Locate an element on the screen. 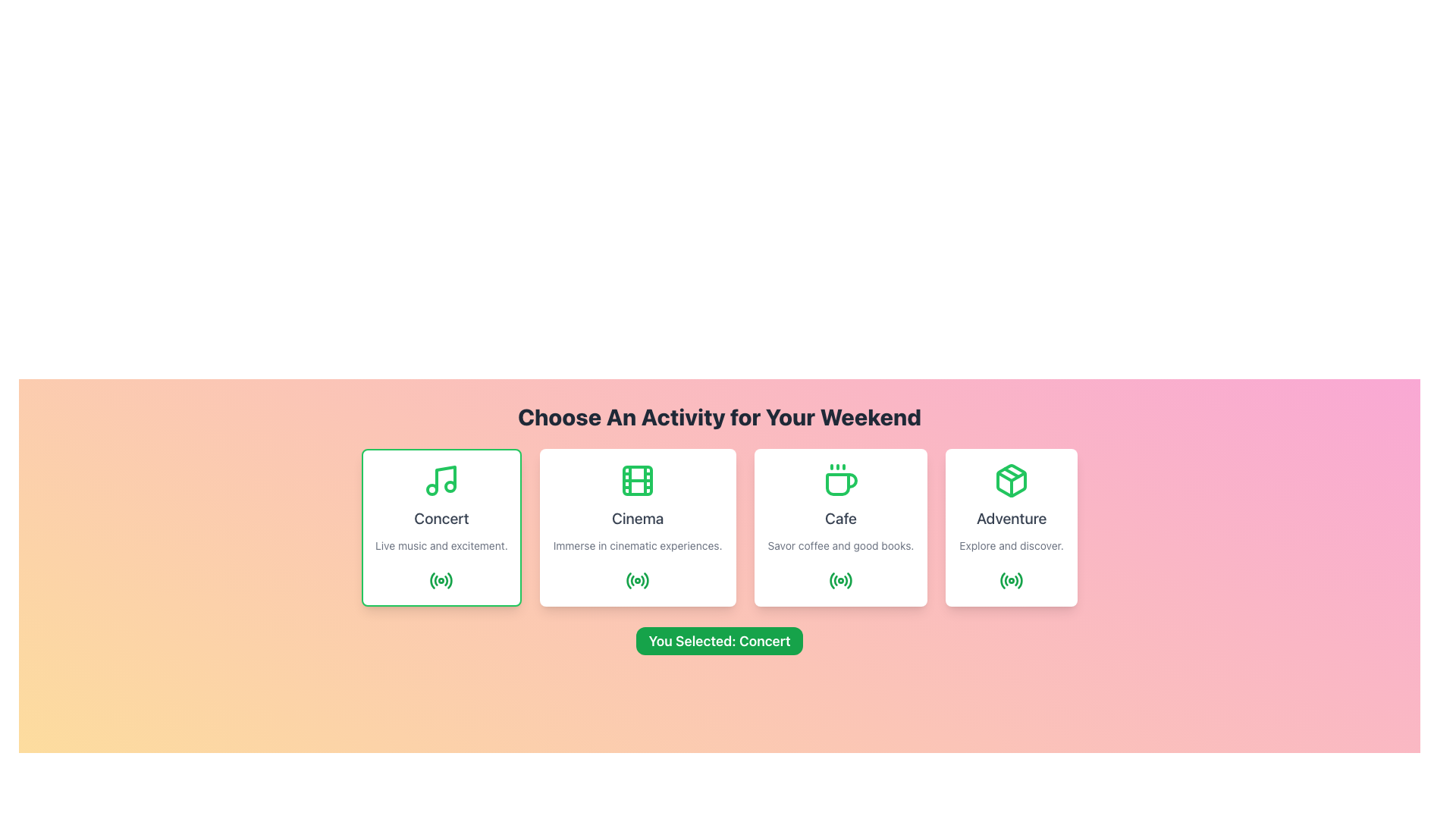  the 'Concert' icon located in the top section of the first card in a horizontally arranged group of options is located at coordinates (441, 480).